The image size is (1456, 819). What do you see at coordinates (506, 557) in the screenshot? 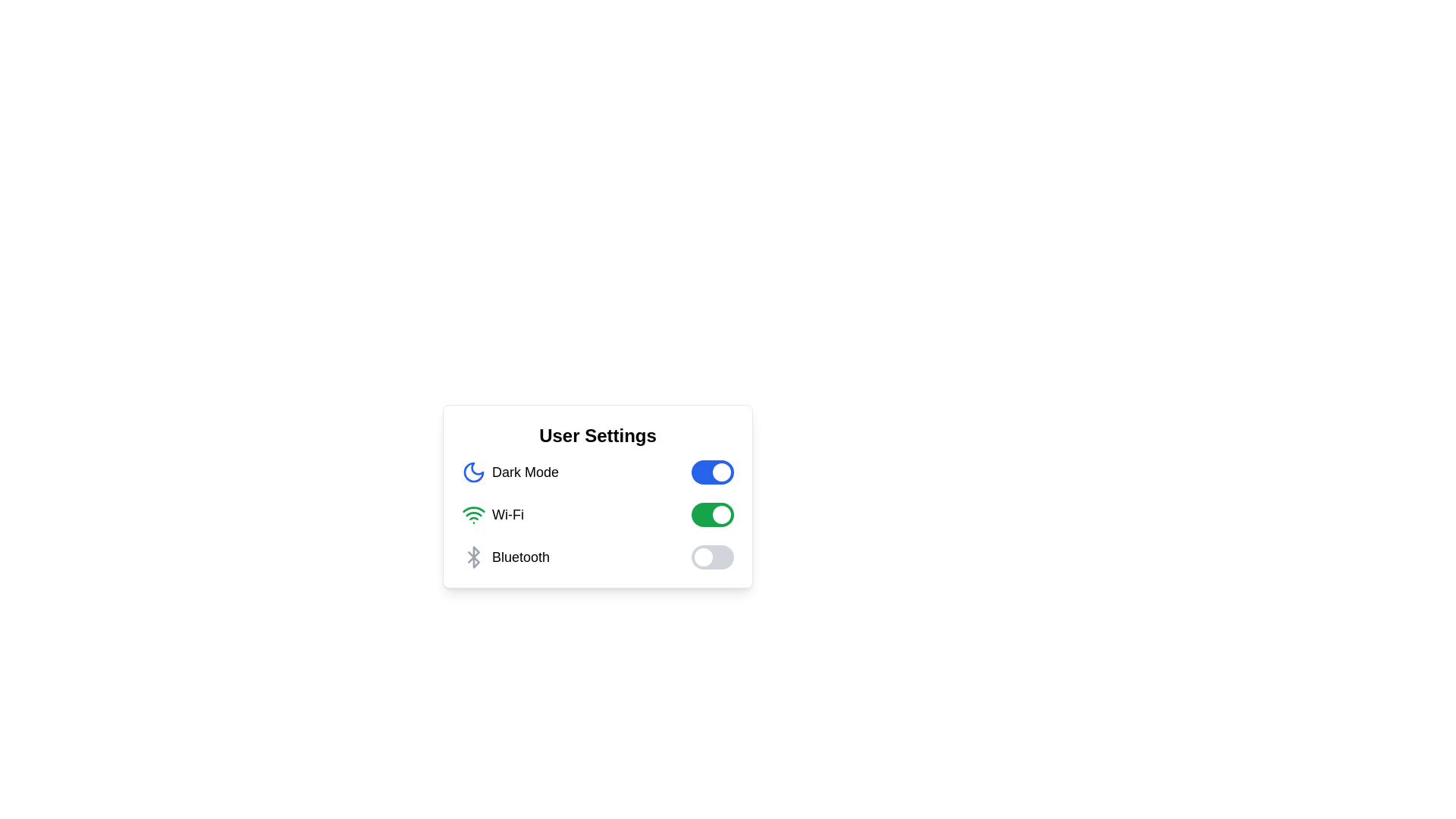
I see `the Bluetooth setting label in the User Settings interface, located in the bottom-left portion of the panel, which is the last row beneath Wi-Fi` at bounding box center [506, 557].